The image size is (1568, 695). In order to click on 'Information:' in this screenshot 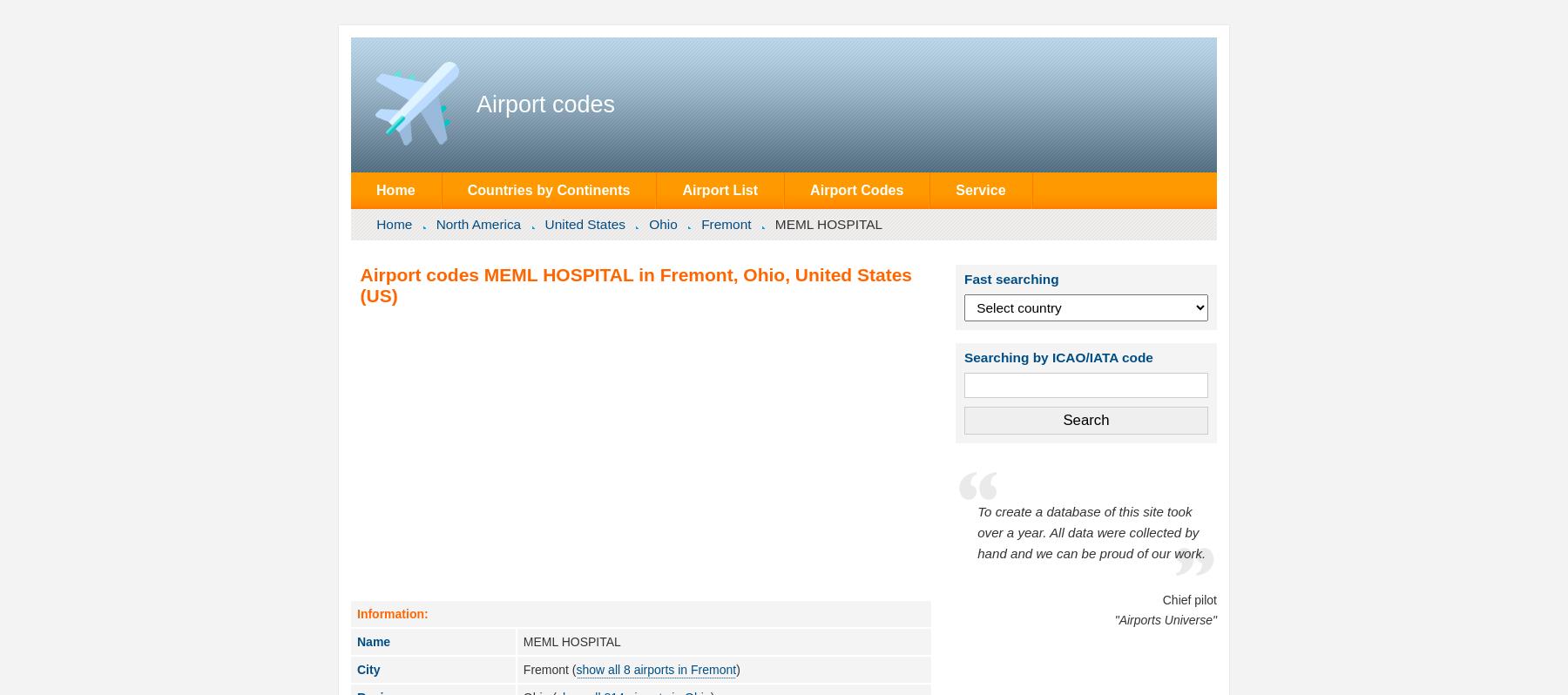, I will do `click(357, 613)`.